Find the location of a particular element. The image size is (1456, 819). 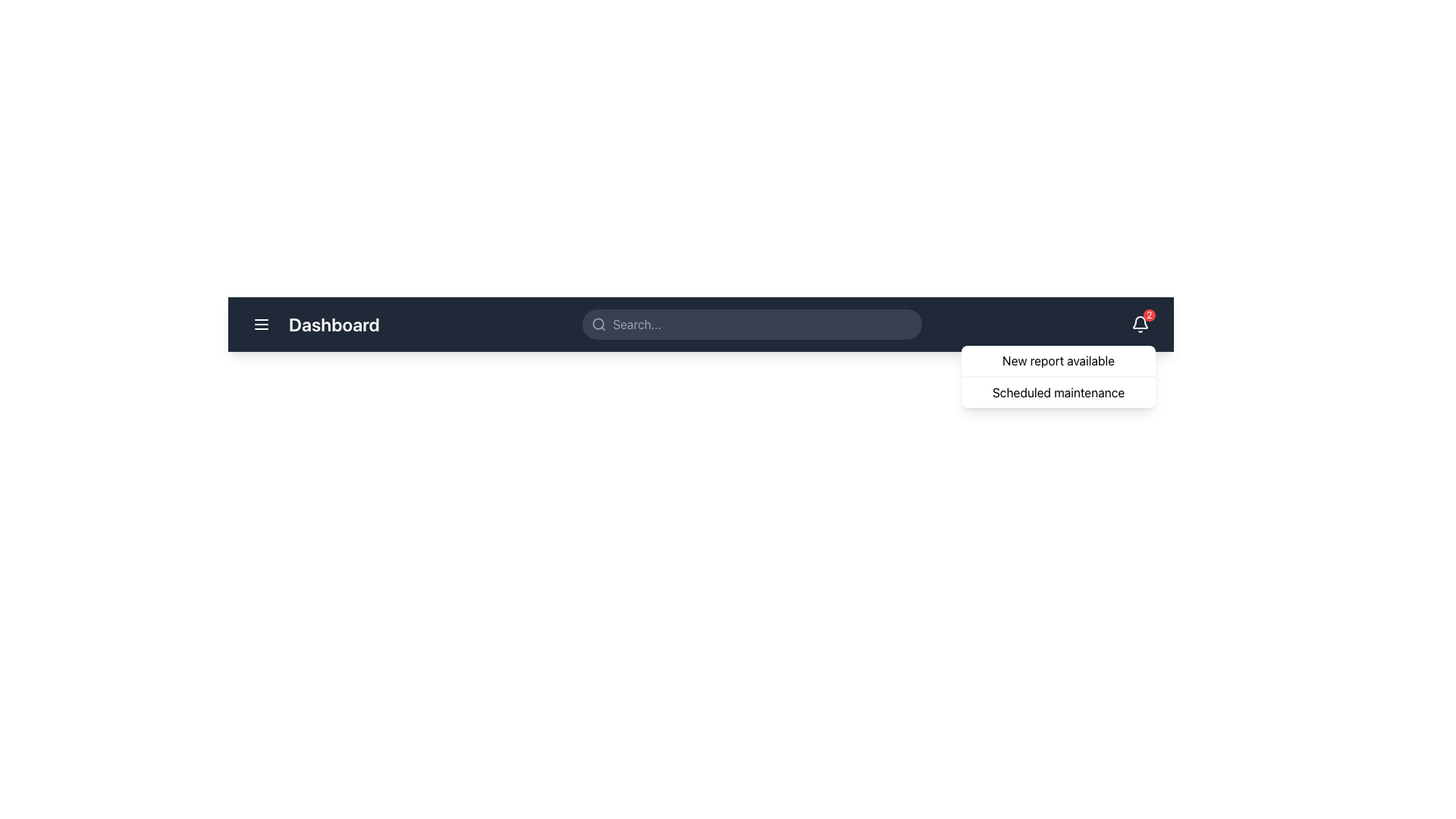

the gray magnifying glass icon located on the left side of the search bar, positioned before the placeholder text 'Search...' is located at coordinates (598, 324).